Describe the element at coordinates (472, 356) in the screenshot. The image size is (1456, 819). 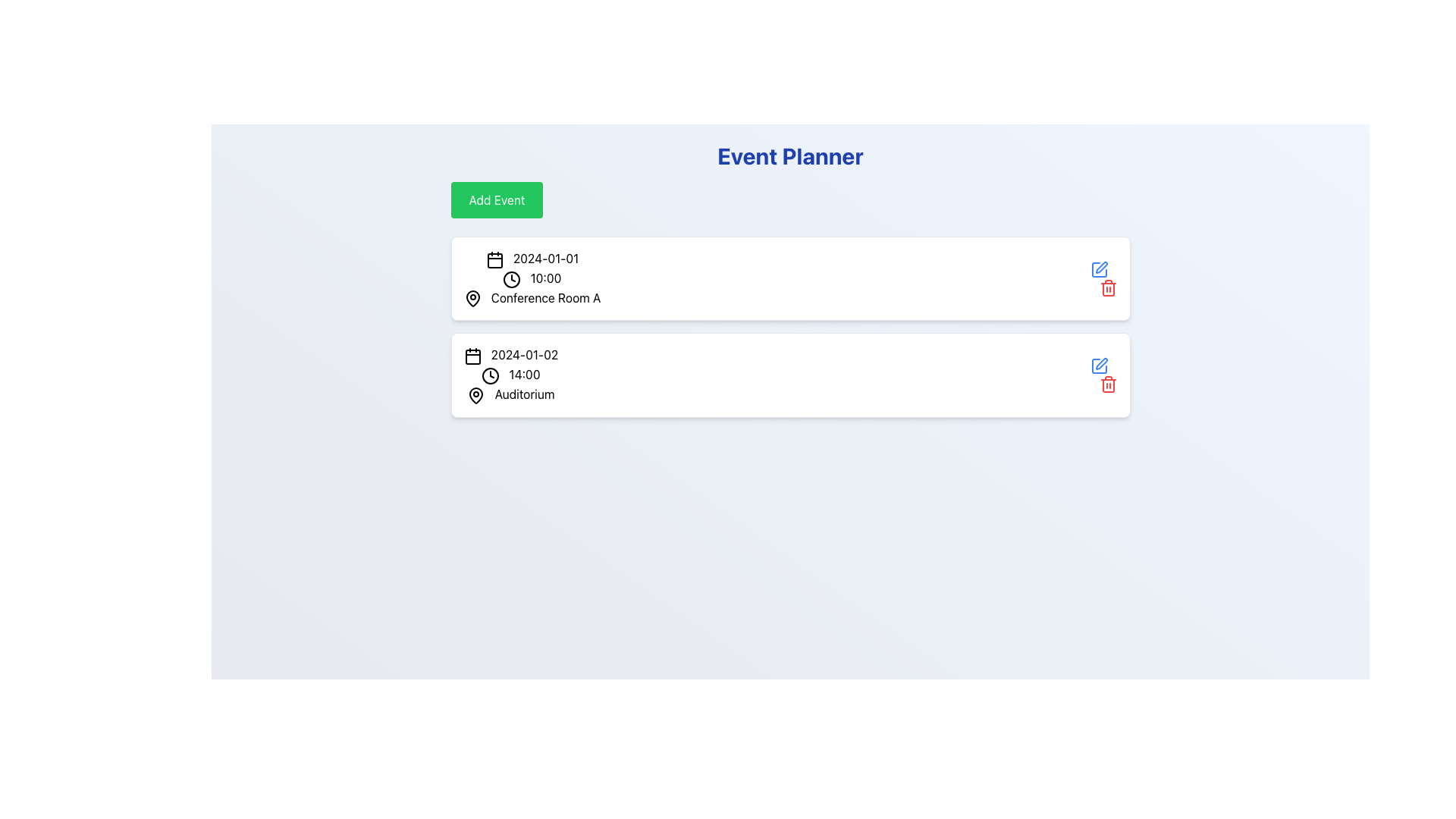
I see `the calendar icon located at the beginning of the second event entry, aligned to the left of the date '2024-01-02'` at that location.